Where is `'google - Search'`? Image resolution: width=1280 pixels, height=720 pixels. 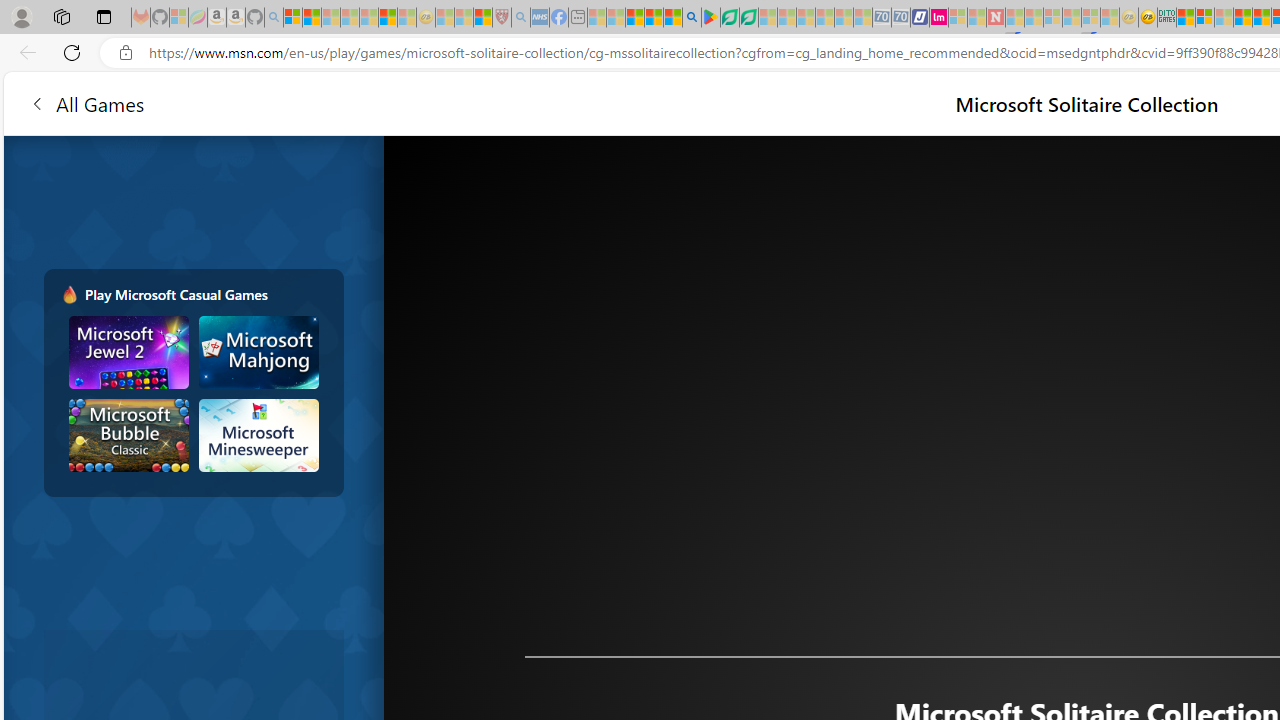 'google - Search' is located at coordinates (692, 17).